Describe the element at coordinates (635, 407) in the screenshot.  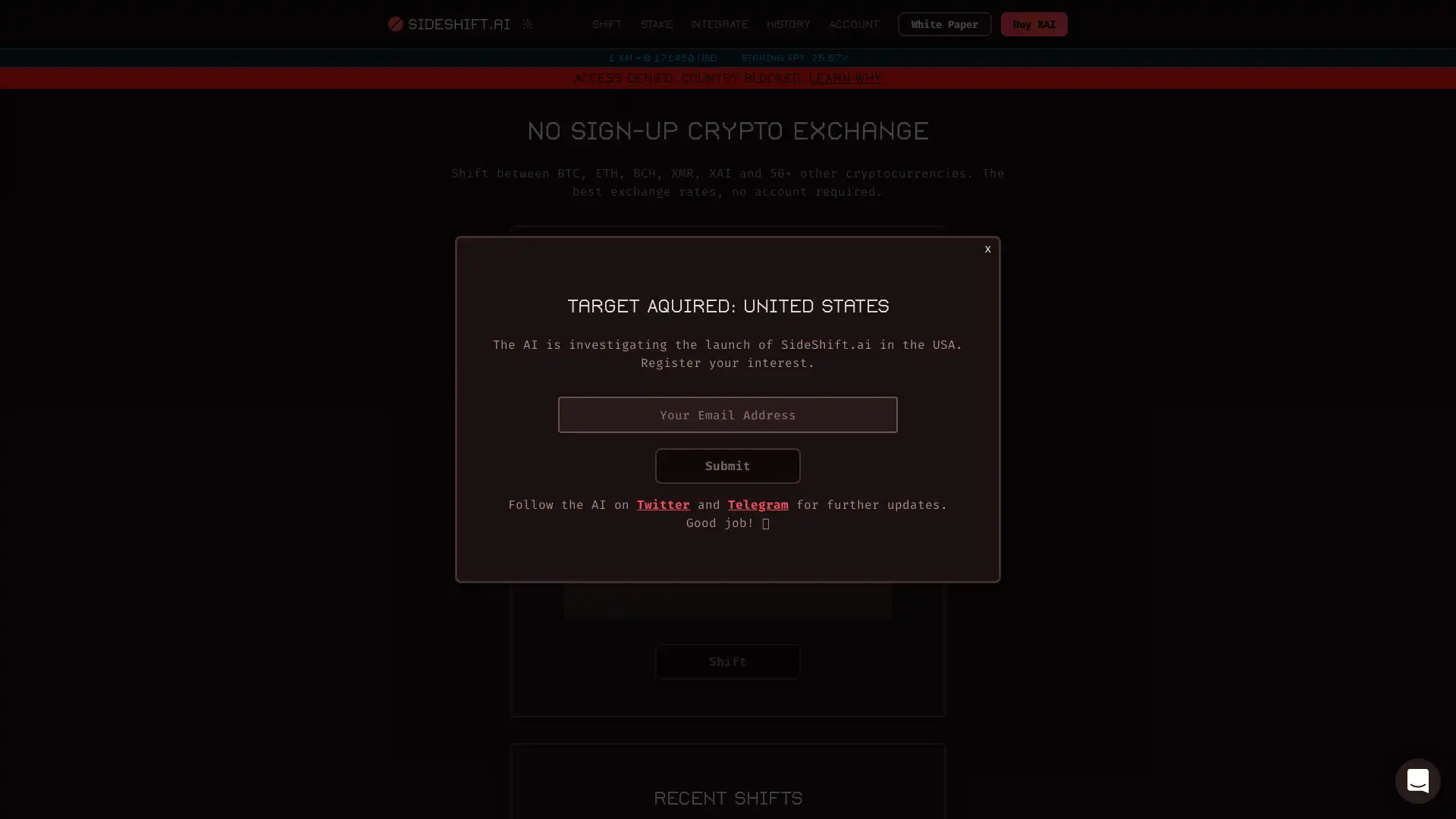
I see `You send BTC` at that location.